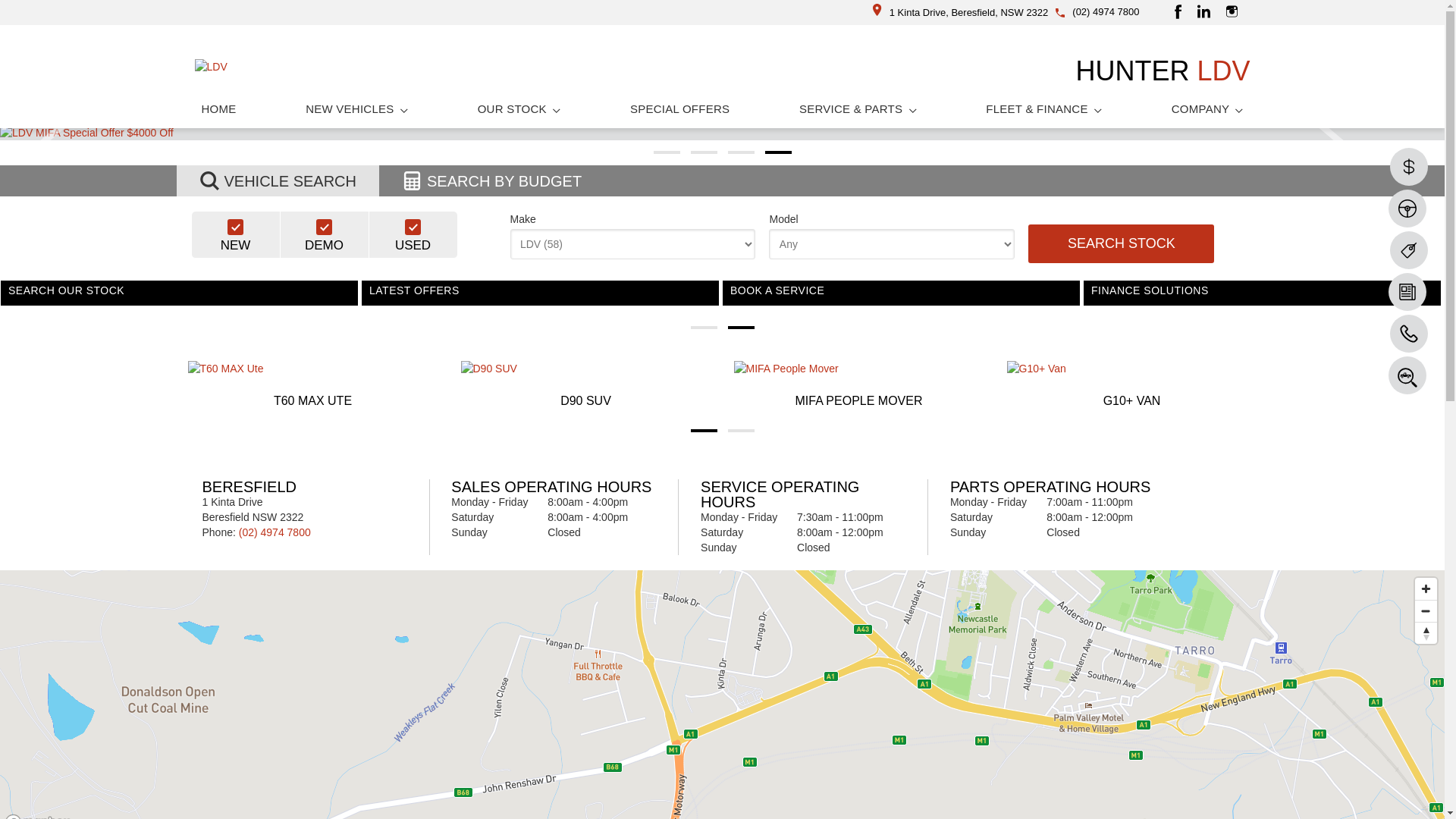  Describe the element at coordinates (858, 108) in the screenshot. I see `'SERVICE & PARTS'` at that location.